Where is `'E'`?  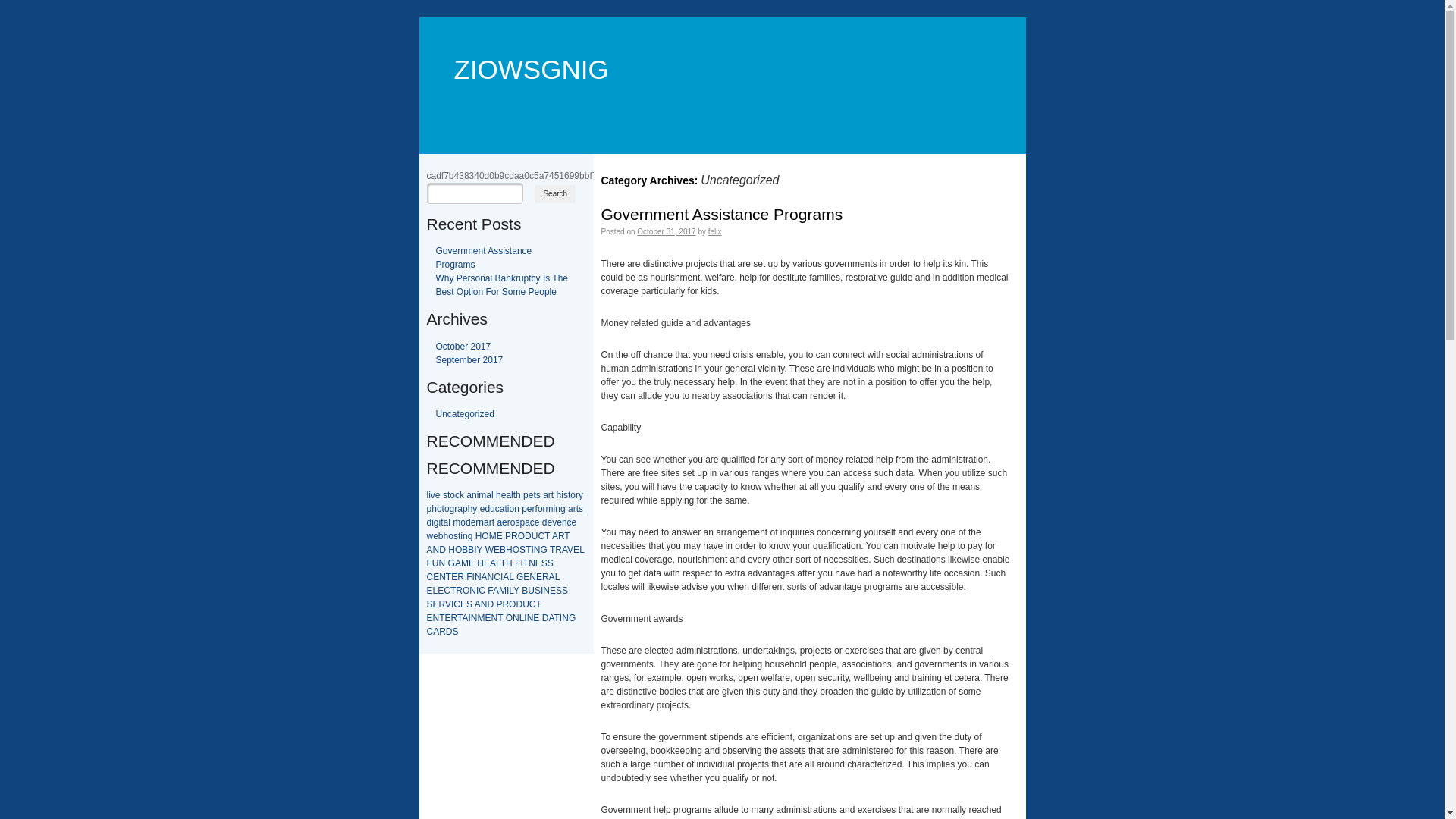
'E' is located at coordinates (447, 617).